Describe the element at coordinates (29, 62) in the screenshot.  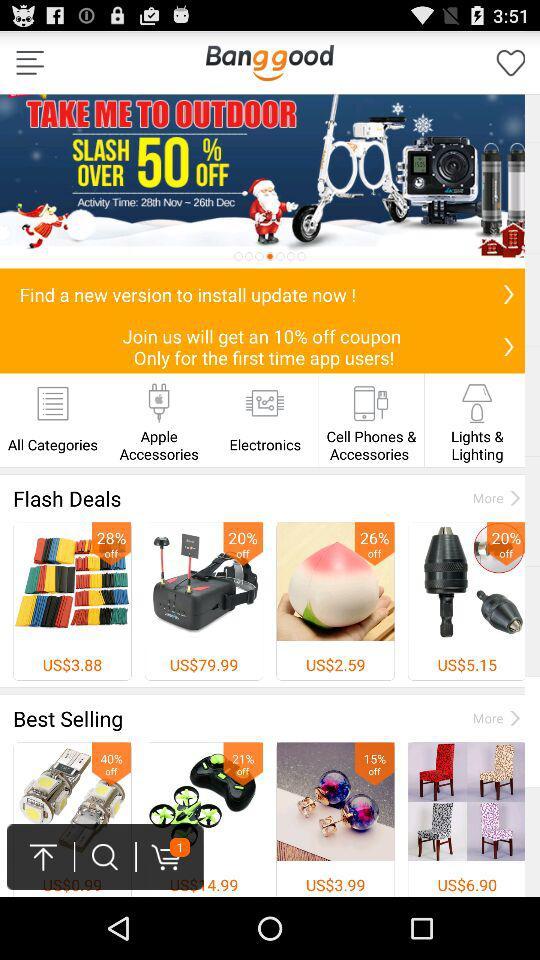
I see `menu options` at that location.